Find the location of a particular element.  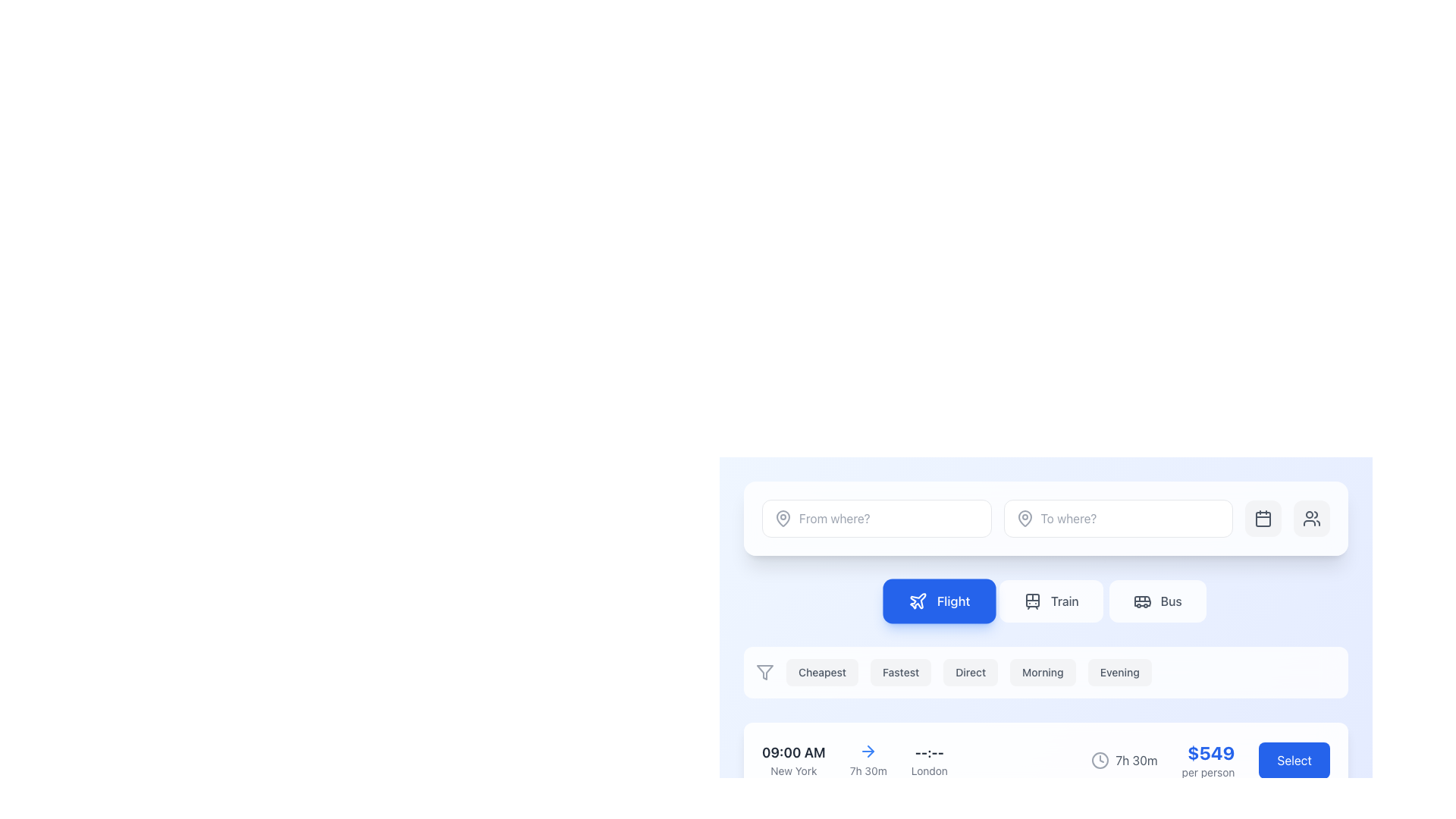

the flight option selection button located to the far right of the price details ('$549 per person') to observe its hover effect is located at coordinates (1294, 760).